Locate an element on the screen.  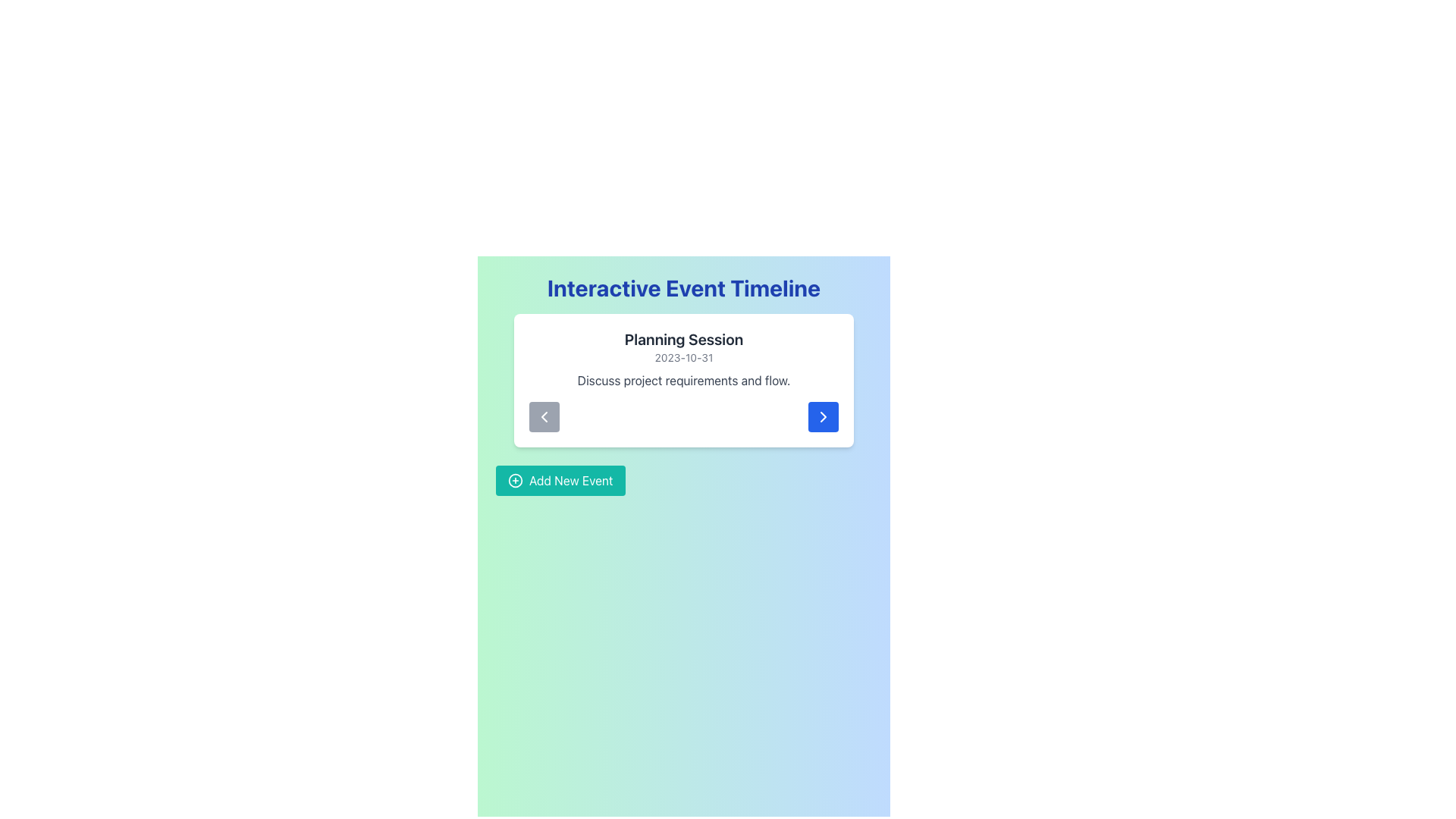
the prominent blue and white rounded button with a right chevron icon is located at coordinates (822, 417).